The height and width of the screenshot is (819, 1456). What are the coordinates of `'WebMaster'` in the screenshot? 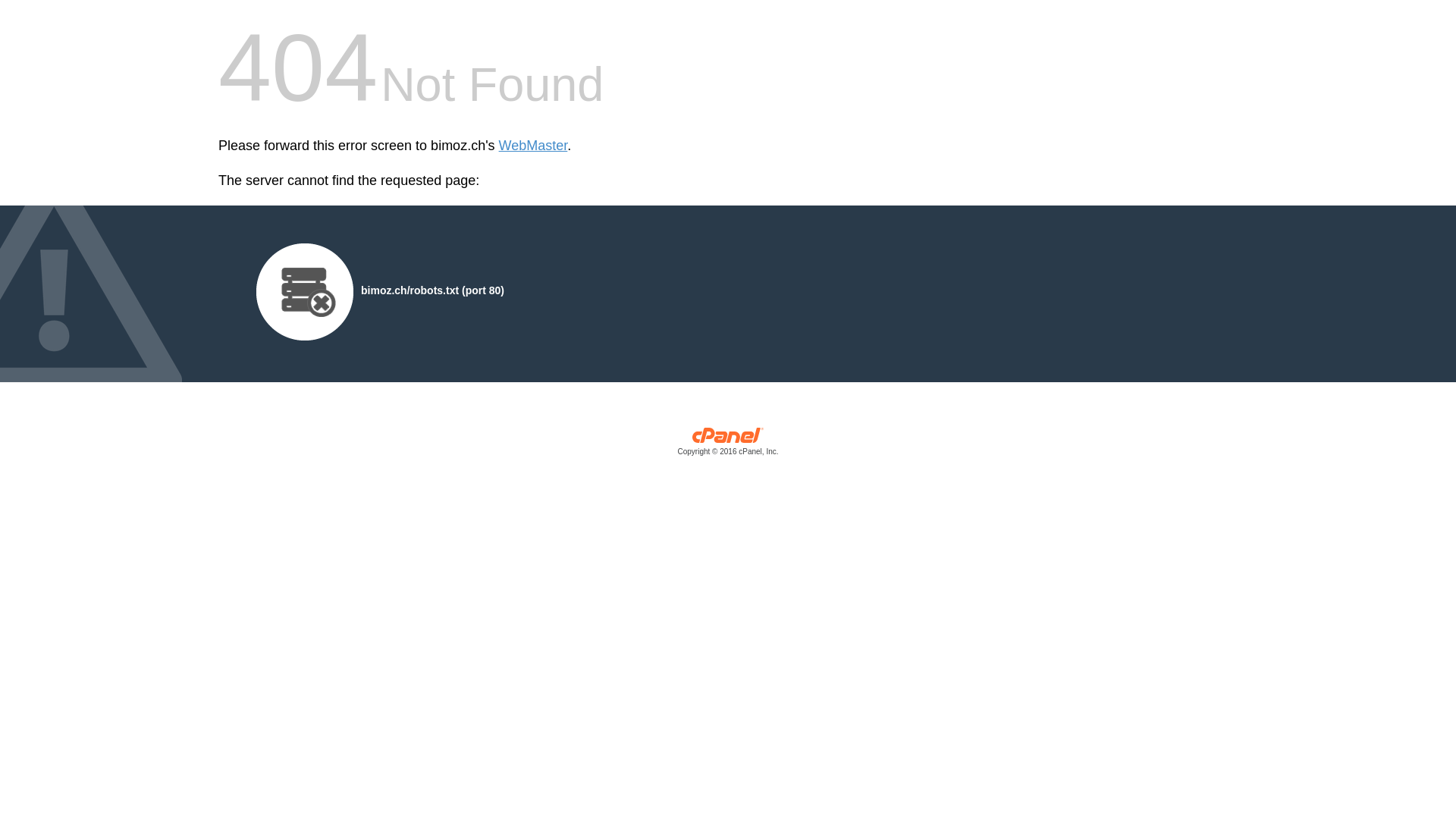 It's located at (498, 146).